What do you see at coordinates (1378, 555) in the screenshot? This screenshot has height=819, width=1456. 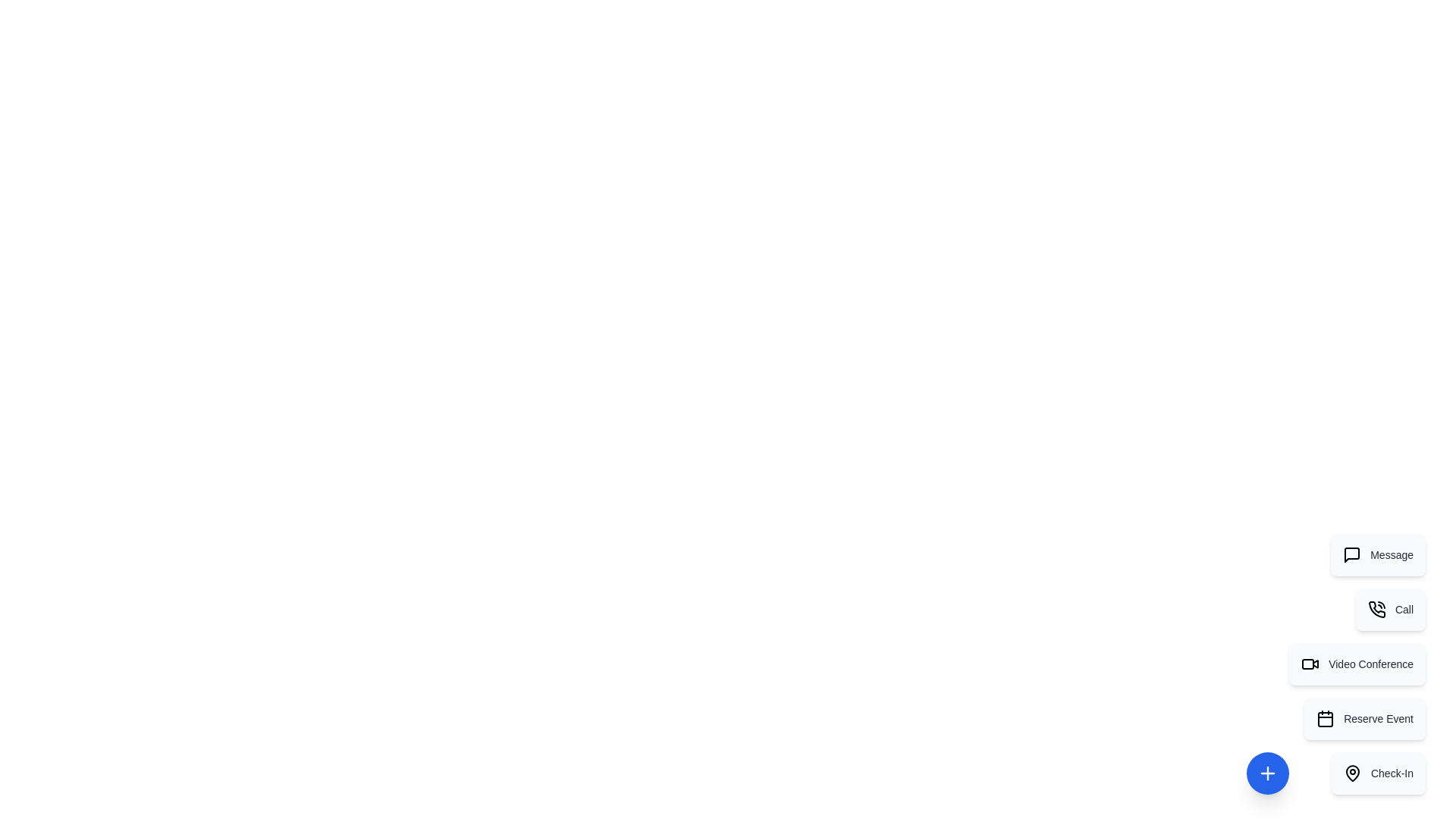 I see `the action item labeled Message` at bounding box center [1378, 555].